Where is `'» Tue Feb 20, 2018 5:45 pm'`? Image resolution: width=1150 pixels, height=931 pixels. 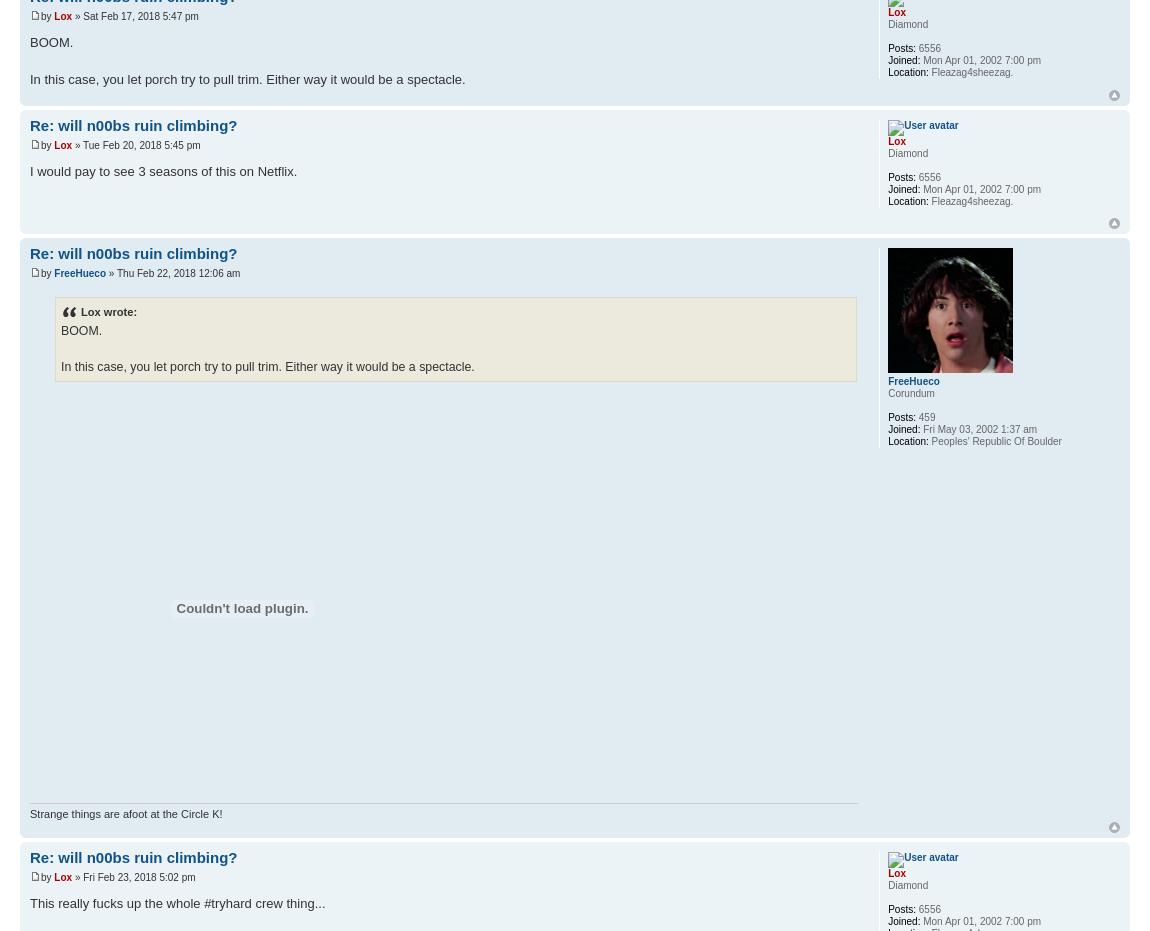
'» Tue Feb 20, 2018 5:45 pm' is located at coordinates (135, 144).